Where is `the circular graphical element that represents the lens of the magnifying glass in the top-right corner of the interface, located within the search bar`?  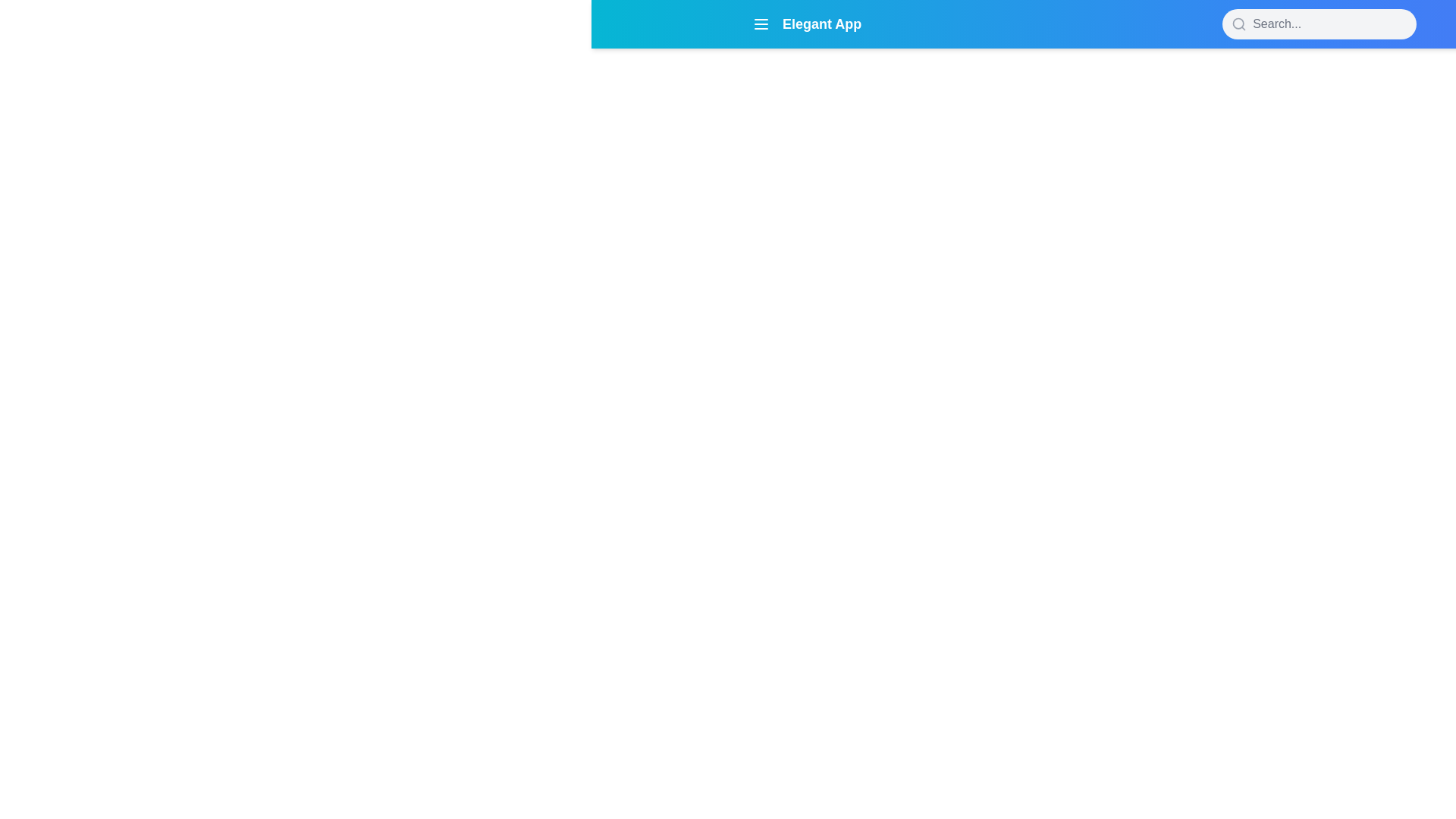 the circular graphical element that represents the lens of the magnifying glass in the top-right corner of the interface, located within the search bar is located at coordinates (1238, 24).